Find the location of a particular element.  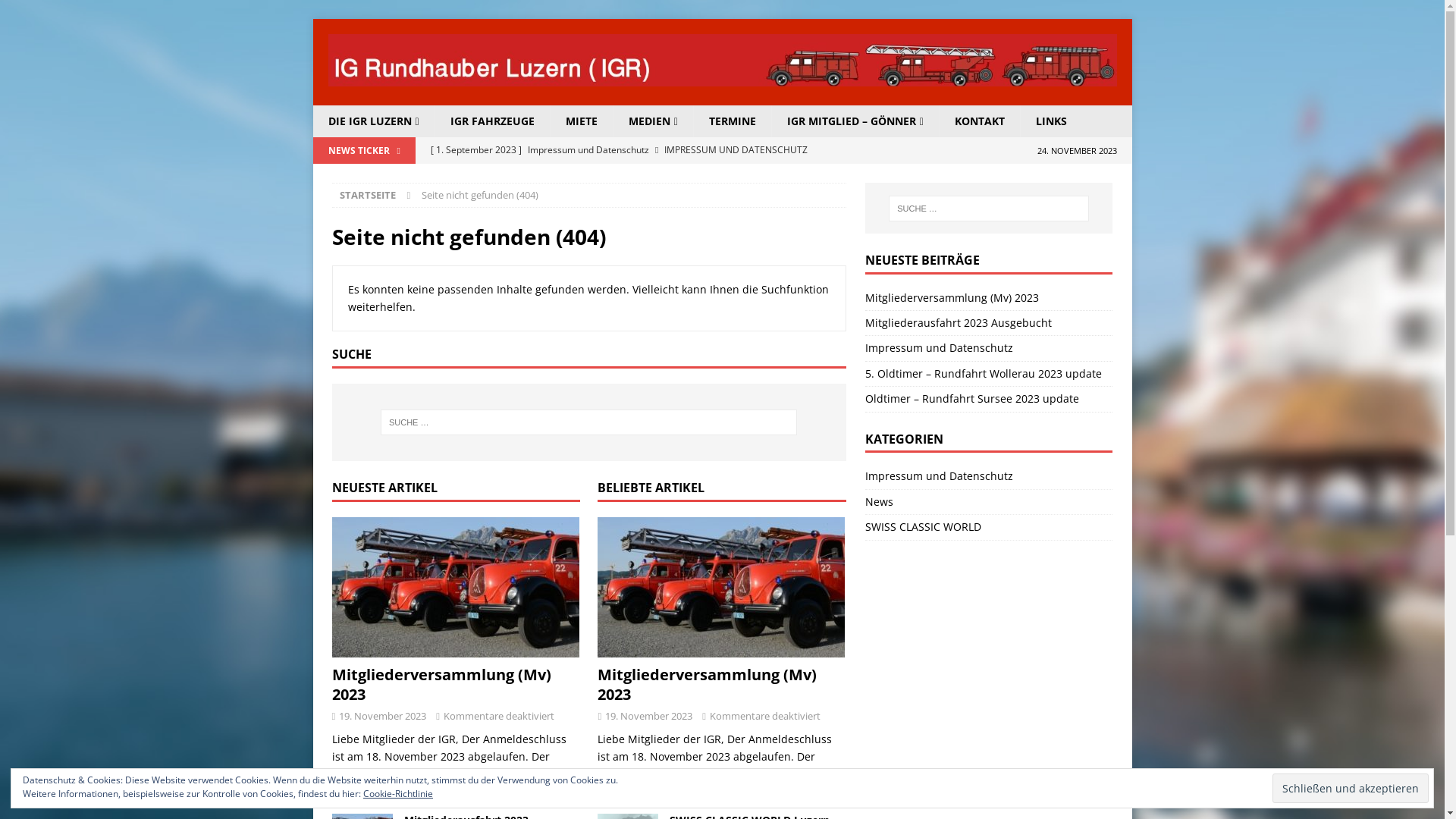

'Cookie-Richtlinie' is located at coordinates (397, 792).